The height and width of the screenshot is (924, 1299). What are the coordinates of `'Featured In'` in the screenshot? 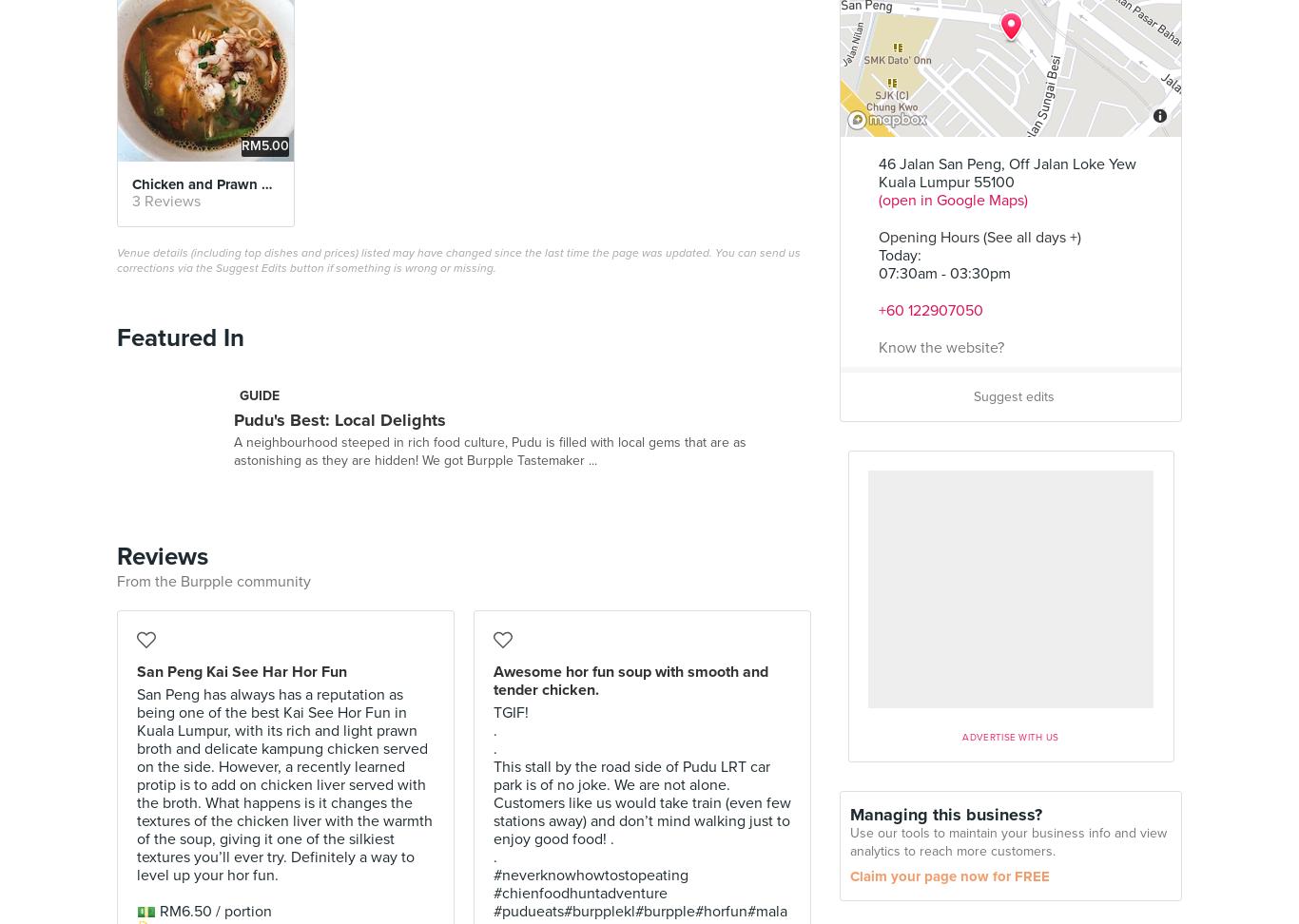 It's located at (180, 337).